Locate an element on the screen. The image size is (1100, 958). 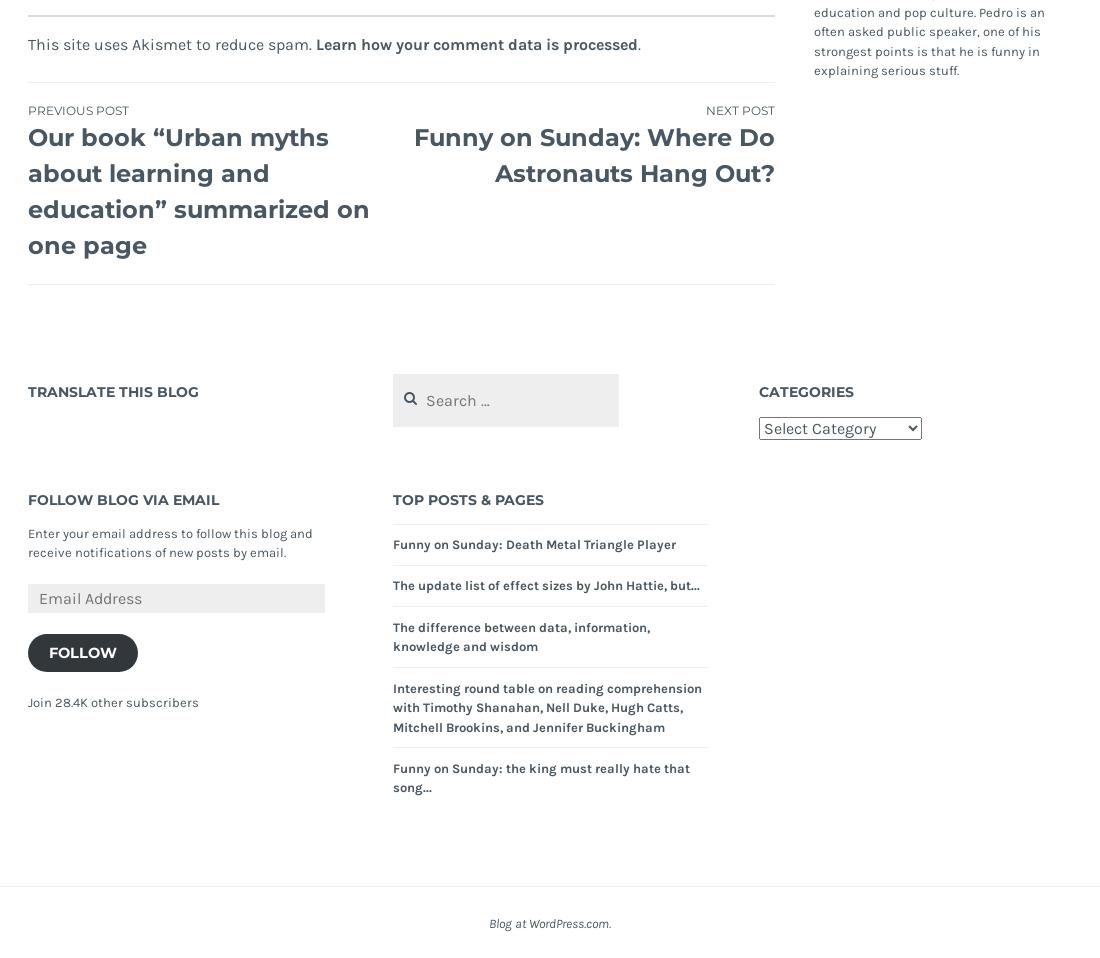
'The update list of effect sizes by John Hattie, but...' is located at coordinates (546, 585).